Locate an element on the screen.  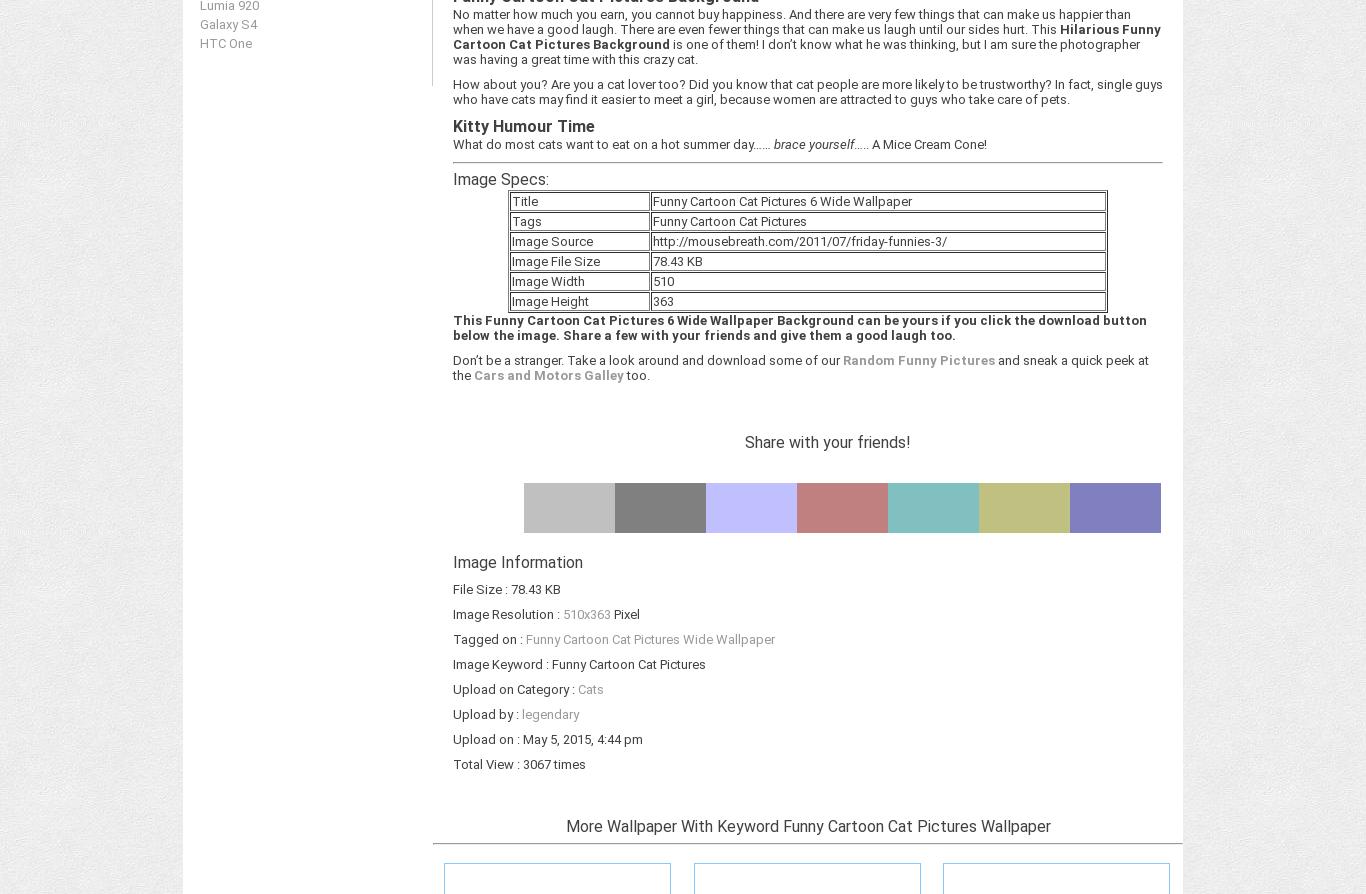
'Title' is located at coordinates (511, 201).